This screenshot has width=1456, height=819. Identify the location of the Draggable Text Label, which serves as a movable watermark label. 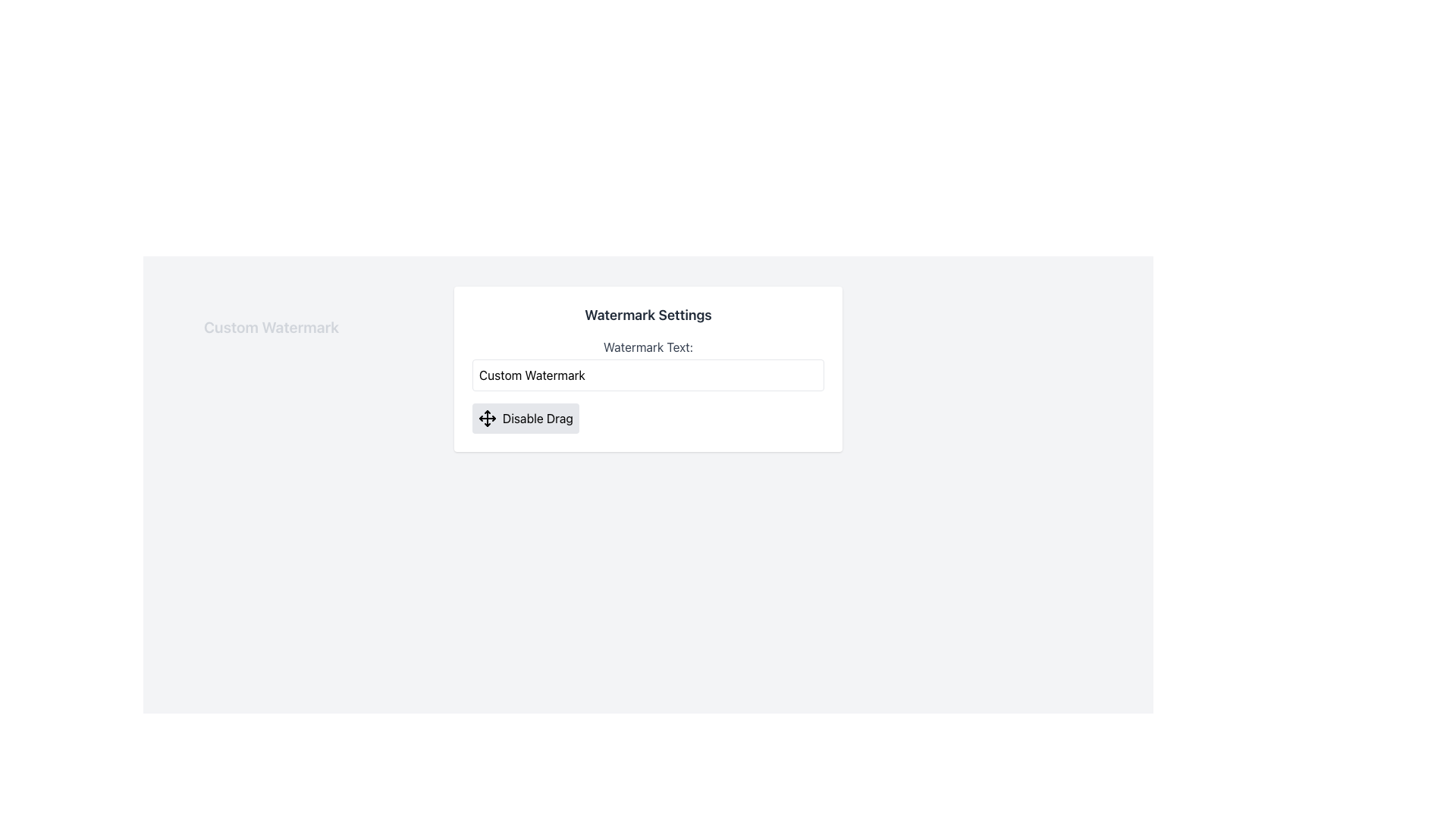
(271, 327).